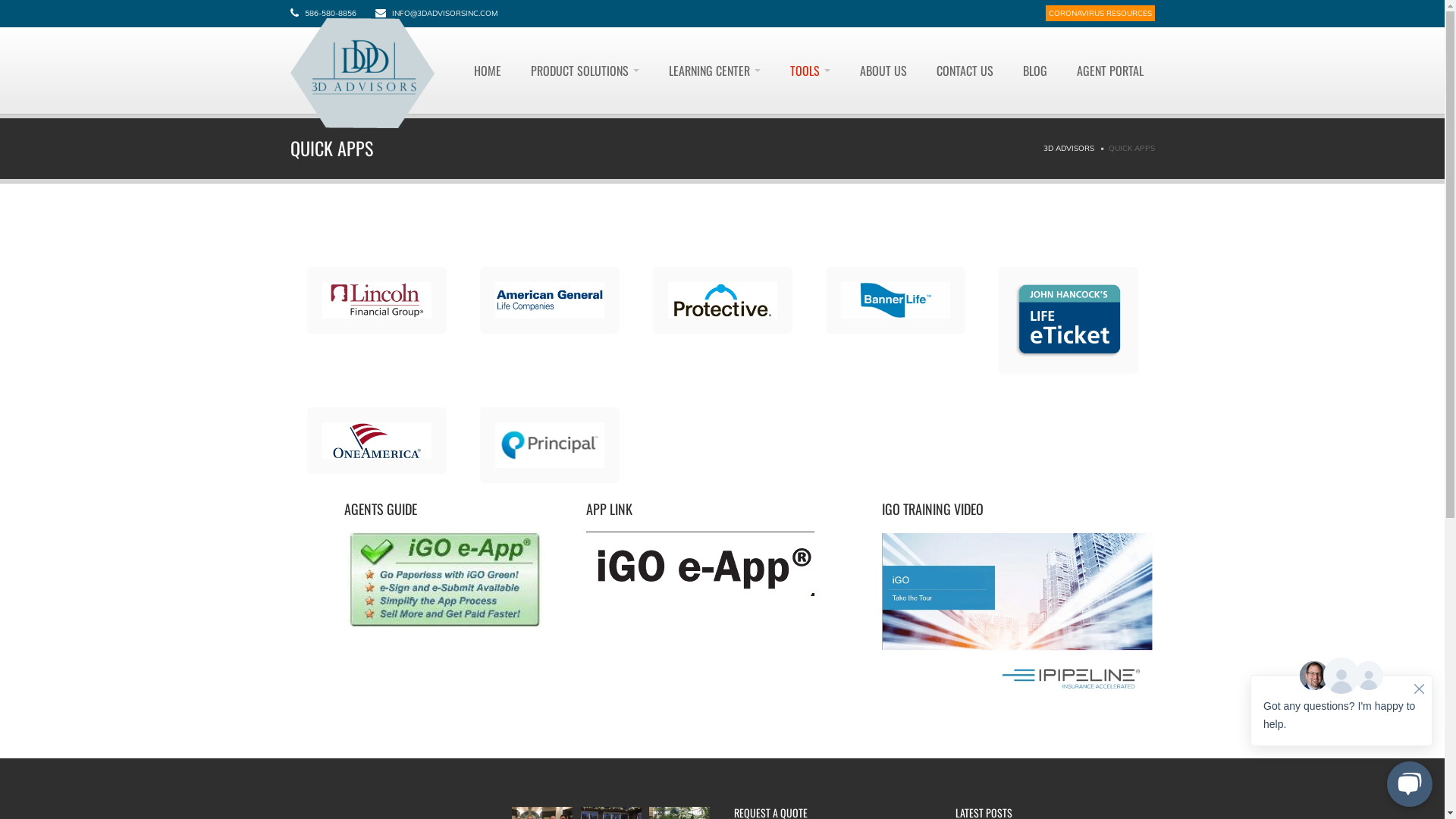  I want to click on 'INFO@3DADVISORSINC.COM', so click(443, 14).